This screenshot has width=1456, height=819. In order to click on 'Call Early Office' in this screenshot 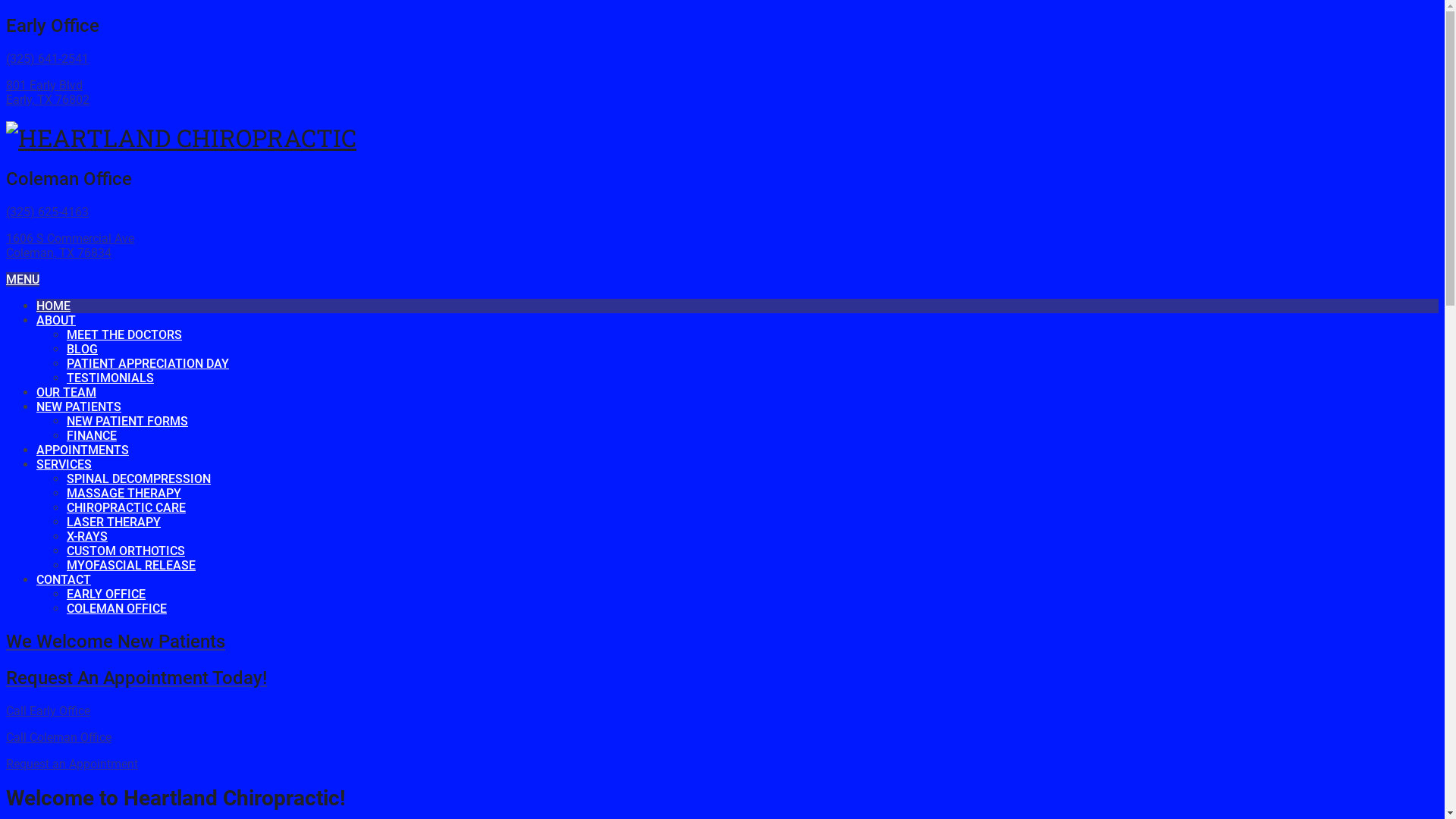, I will do `click(48, 711)`.